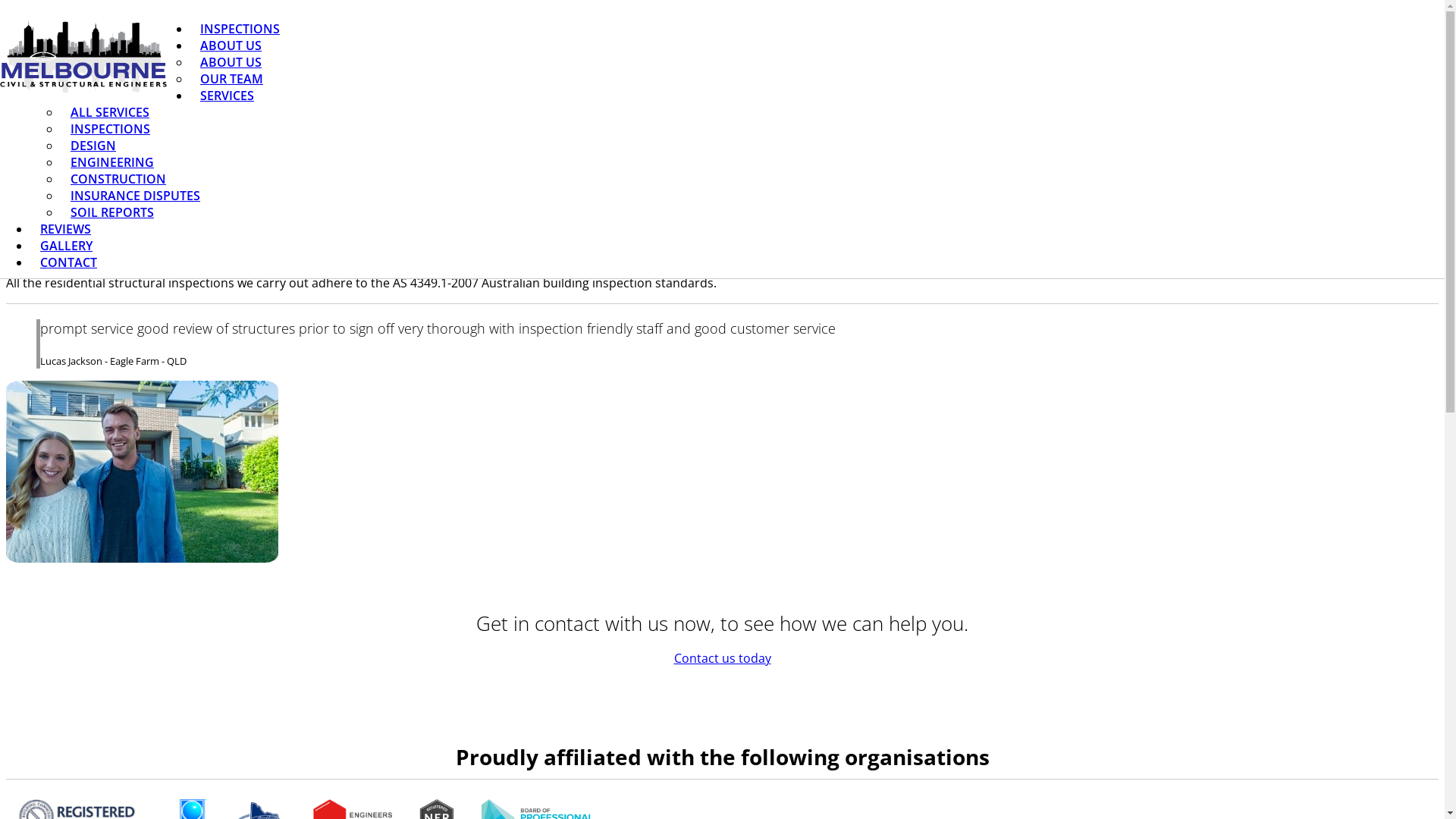 The height and width of the screenshot is (819, 1456). Describe the element at coordinates (142, 470) in the screenshot. I see `'PrePurchase Inspections'` at that location.